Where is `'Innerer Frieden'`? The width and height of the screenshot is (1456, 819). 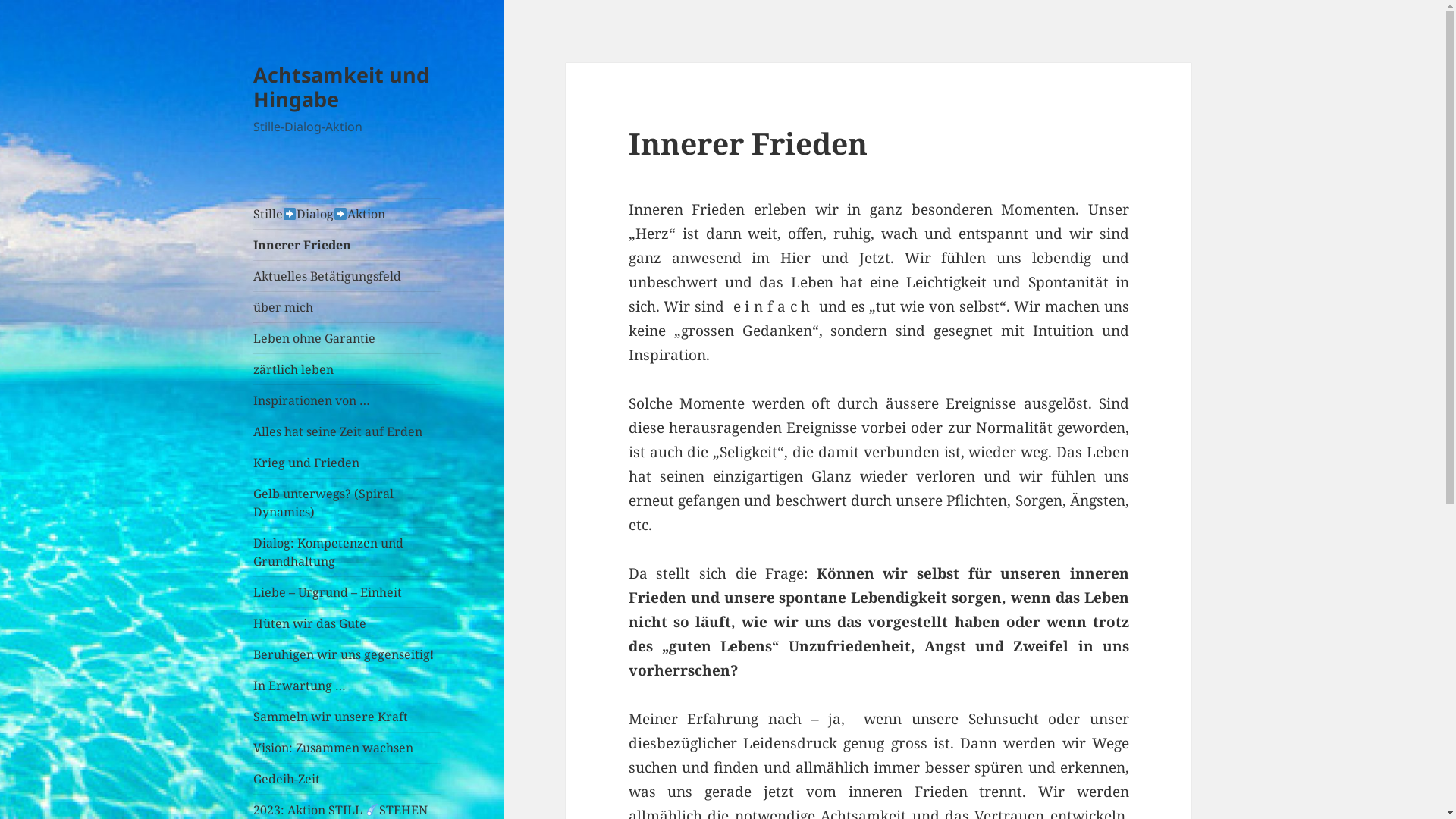
'Innerer Frieden' is located at coordinates (346, 244).